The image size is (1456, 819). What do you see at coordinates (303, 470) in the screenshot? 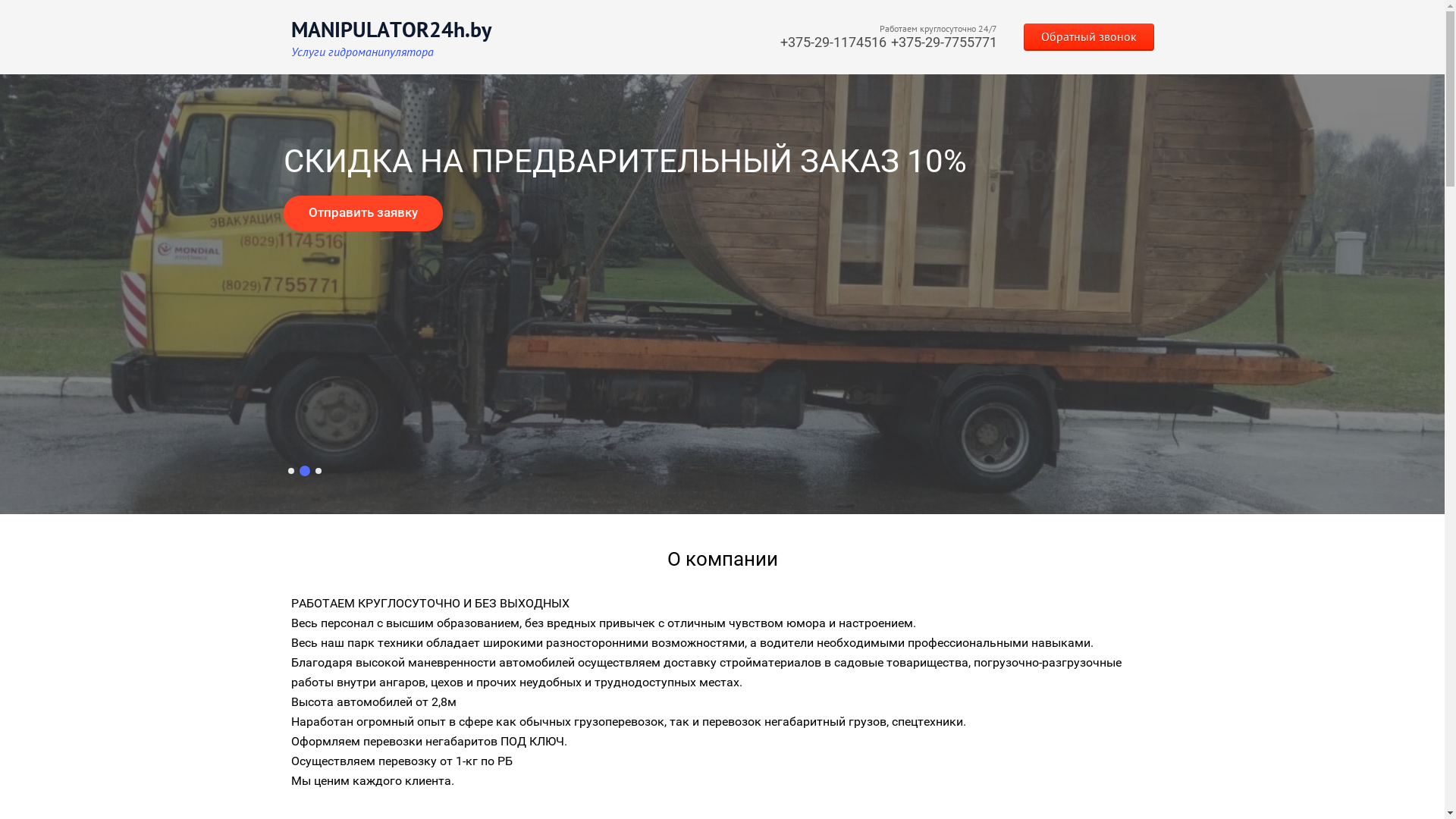
I see `'2'` at bounding box center [303, 470].